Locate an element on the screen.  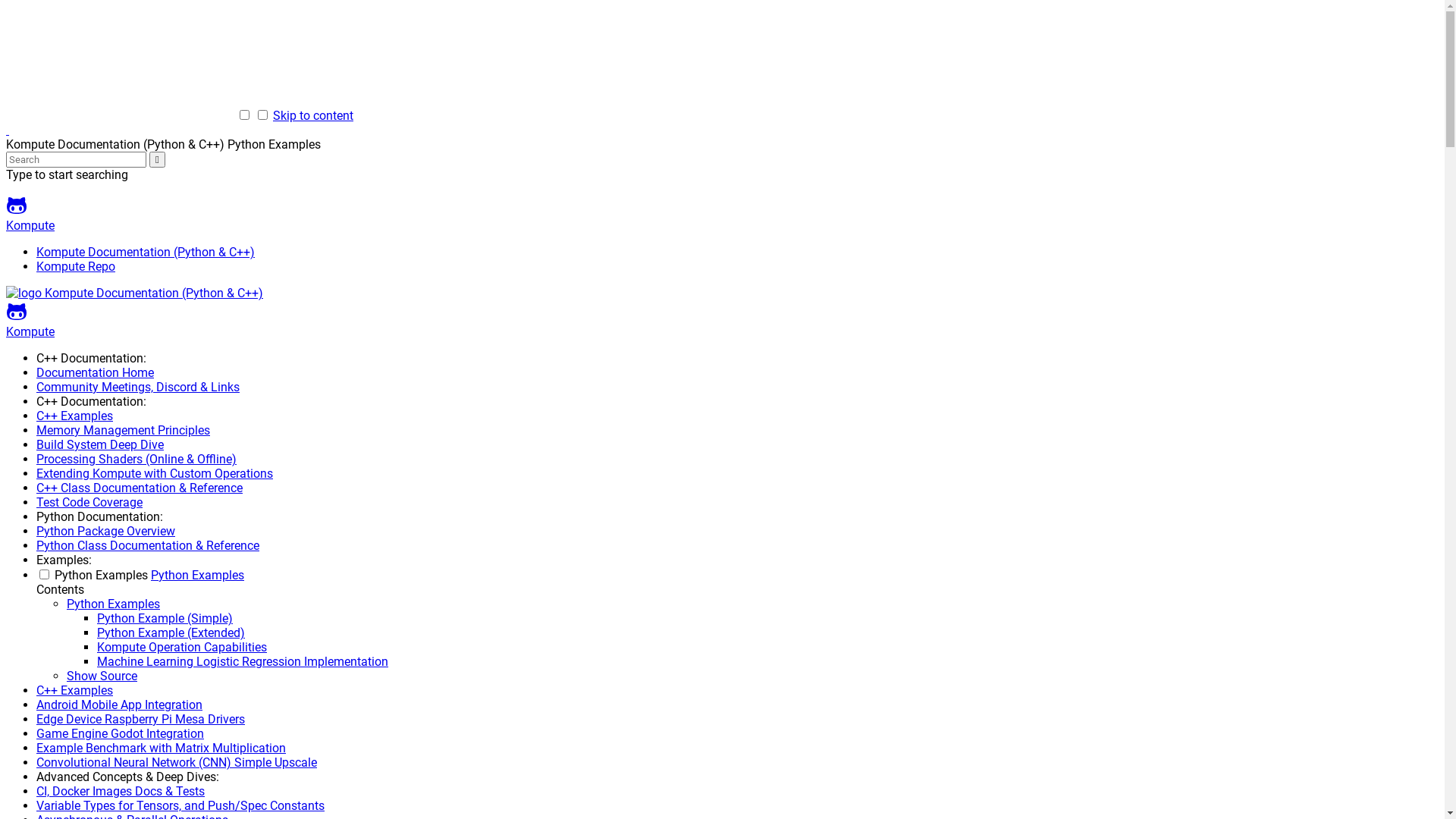
'Documentation Home' is located at coordinates (94, 372).